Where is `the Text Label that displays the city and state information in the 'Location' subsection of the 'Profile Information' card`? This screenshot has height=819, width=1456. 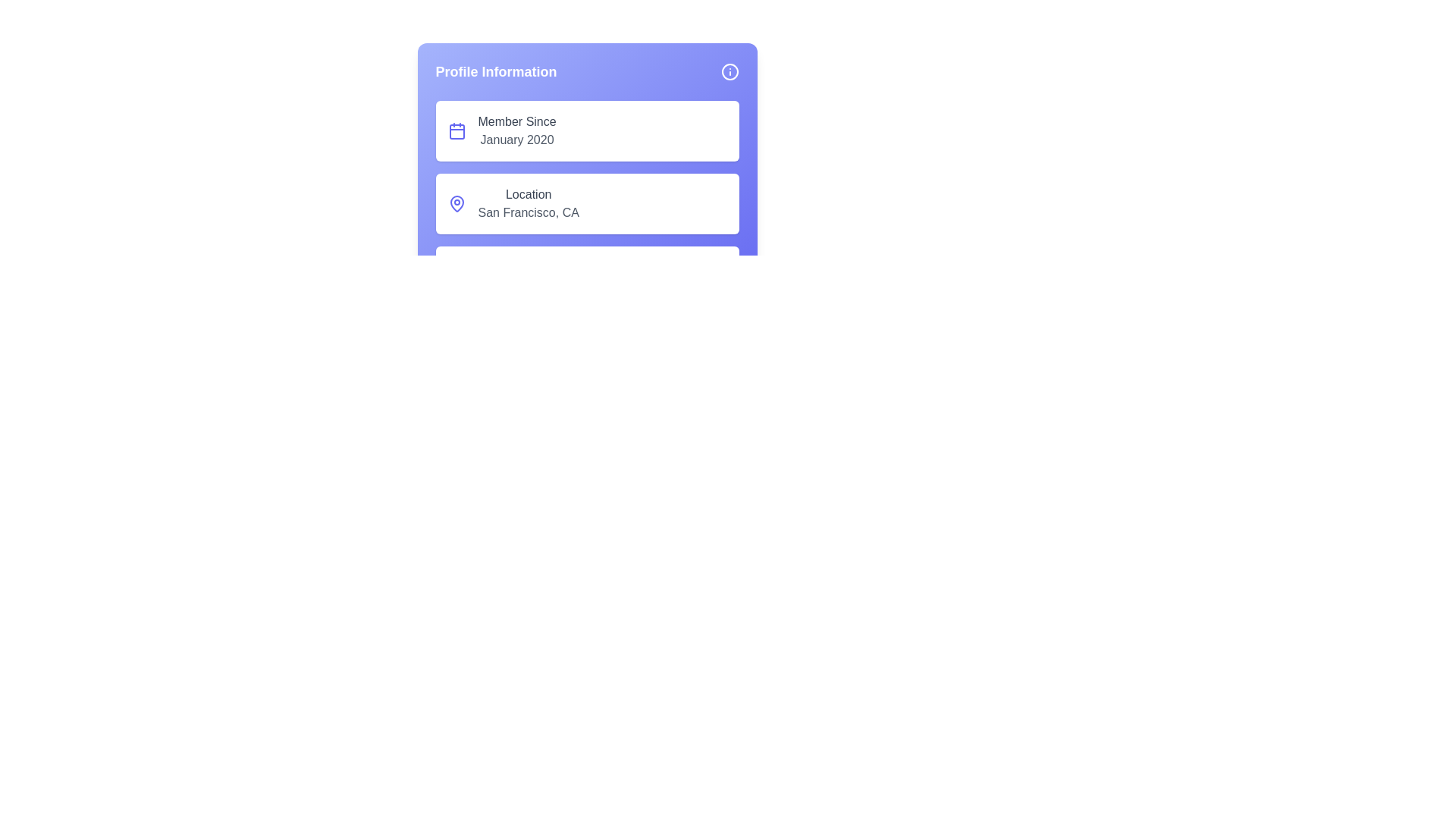
the Text Label that displays the city and state information in the 'Location' subsection of the 'Profile Information' card is located at coordinates (529, 213).